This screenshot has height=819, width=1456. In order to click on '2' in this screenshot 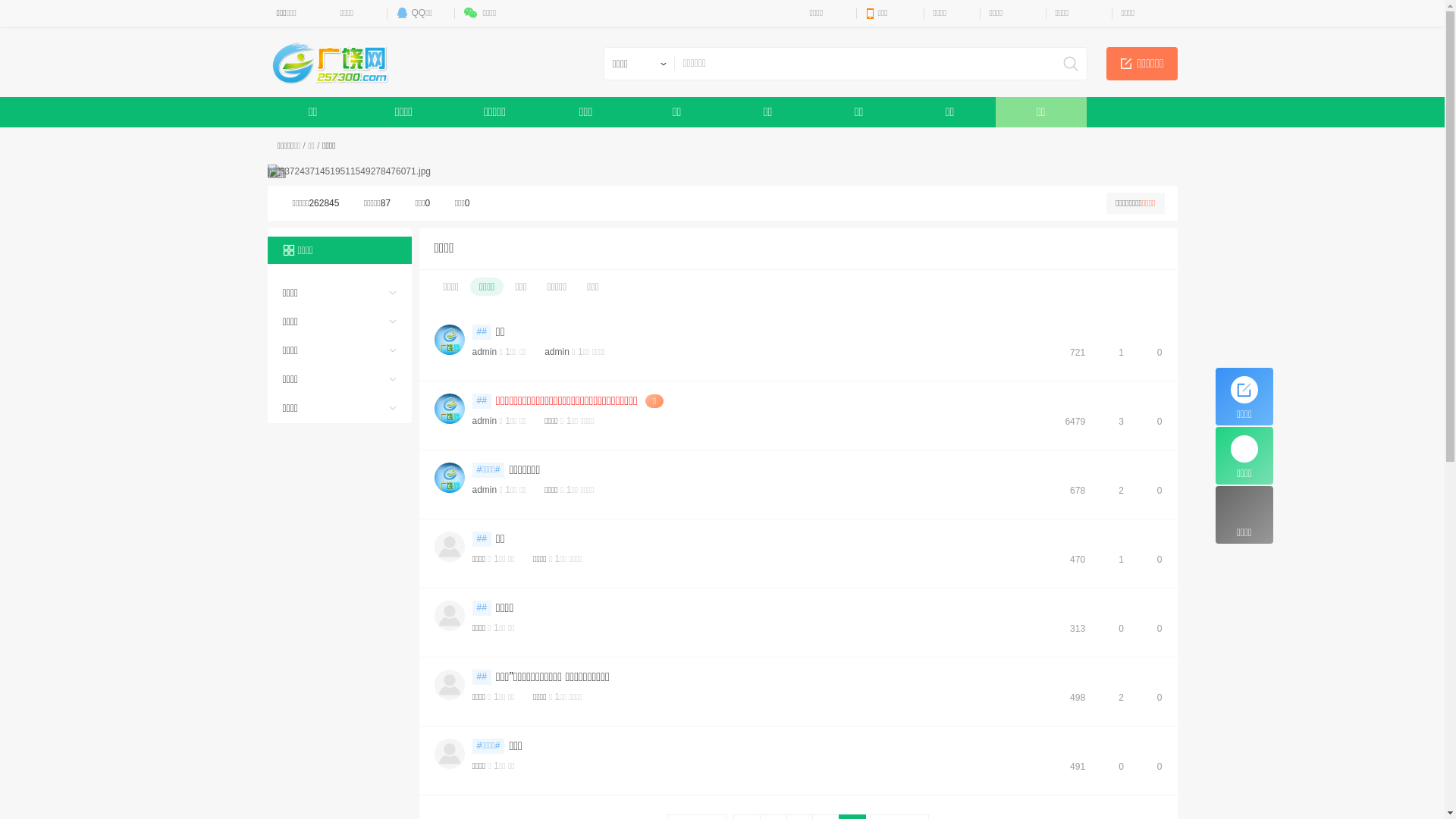, I will do `click(1113, 491)`.